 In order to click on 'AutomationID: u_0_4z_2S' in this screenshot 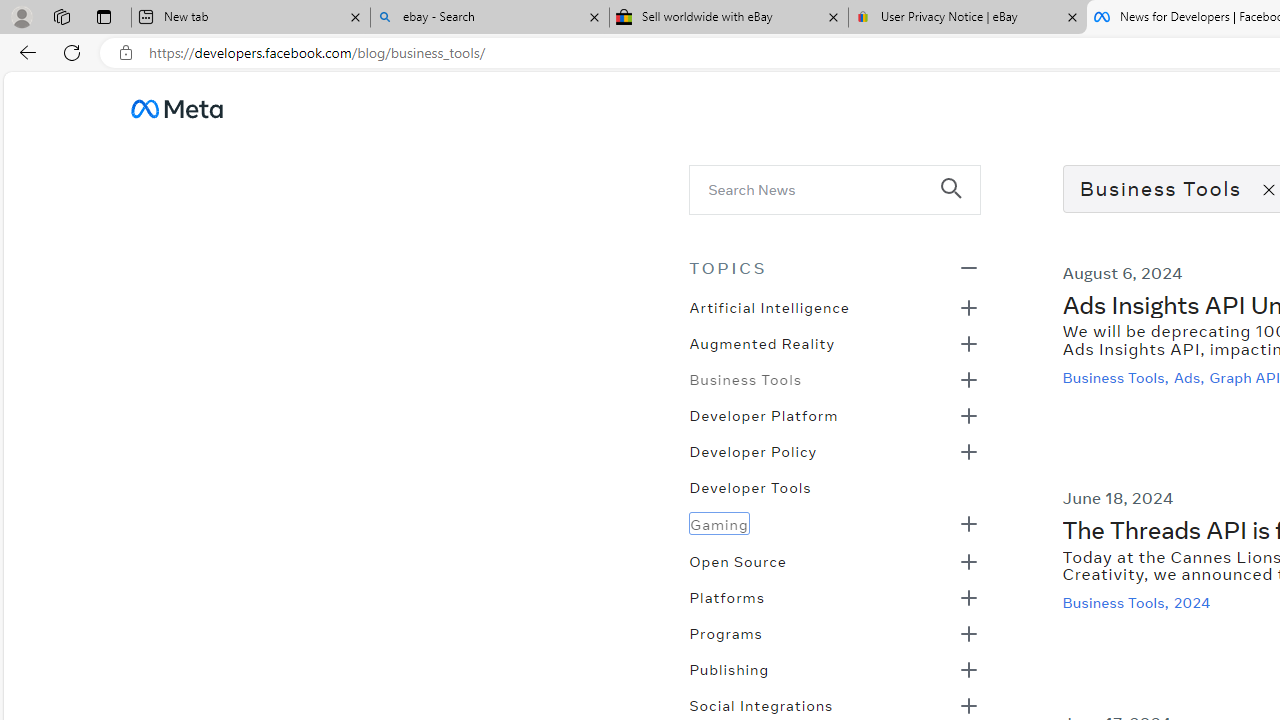, I will do `click(176, 108)`.